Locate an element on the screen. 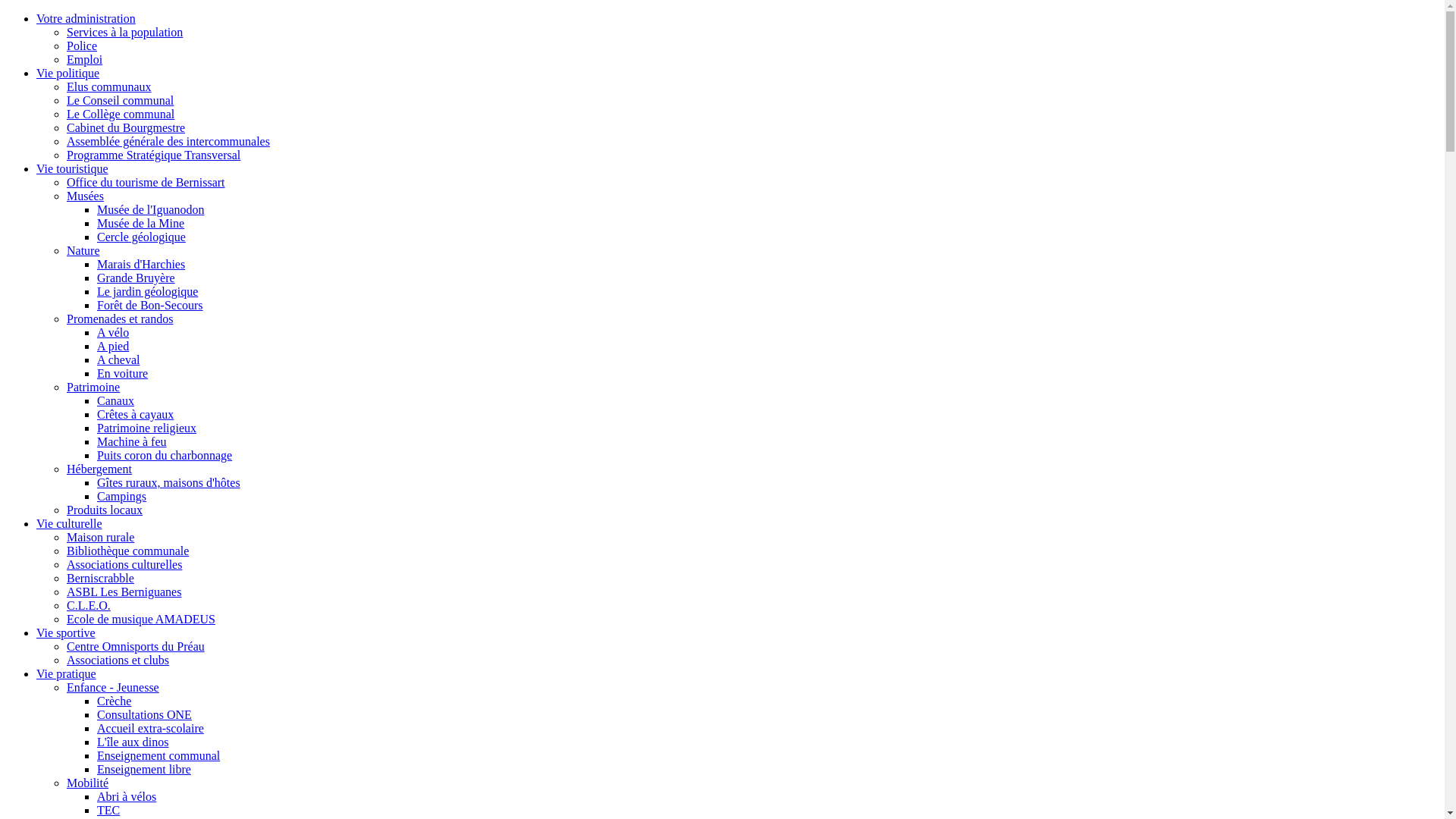  'Police' is located at coordinates (80, 45).